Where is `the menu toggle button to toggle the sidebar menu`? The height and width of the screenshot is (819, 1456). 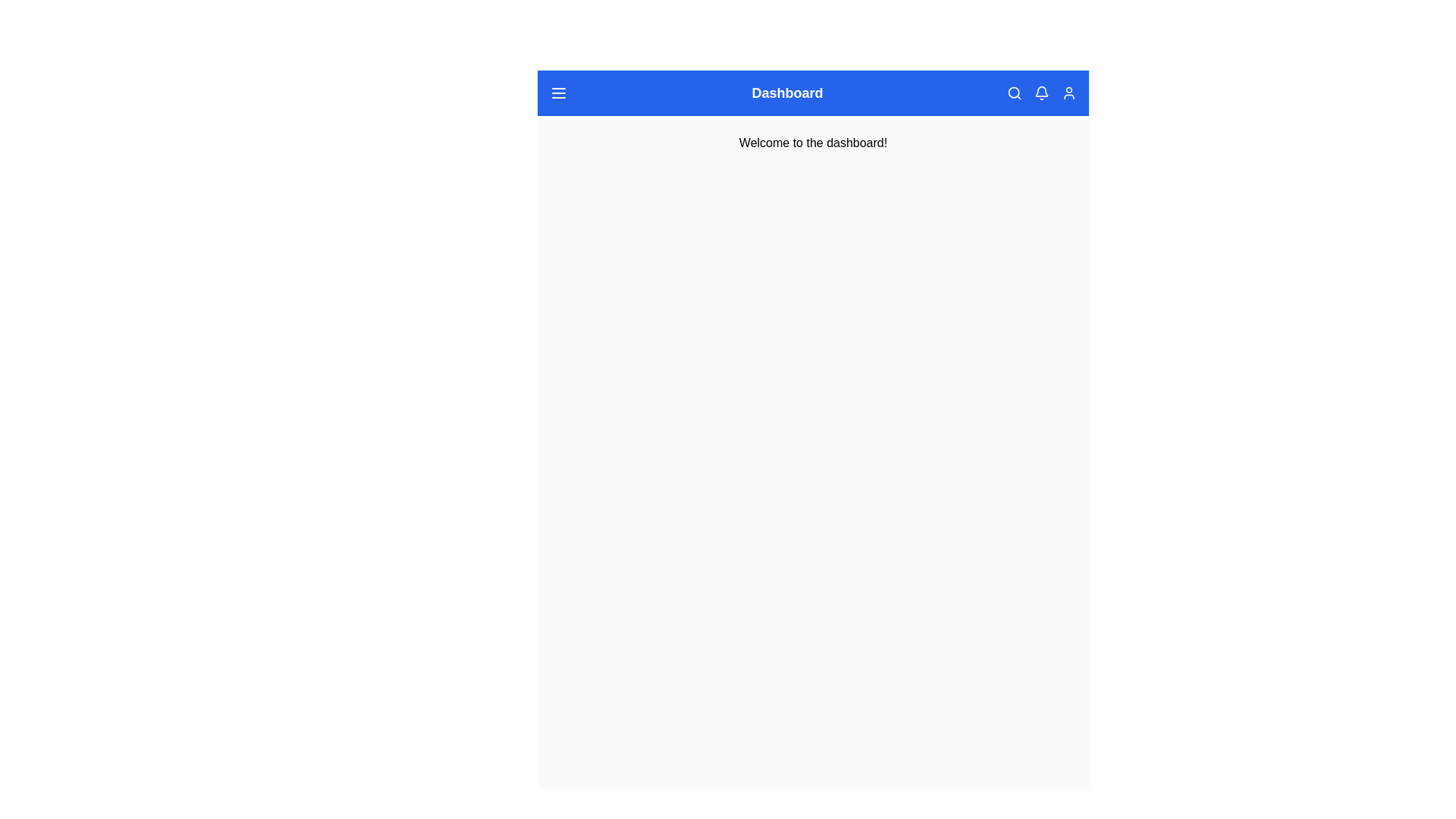 the menu toggle button to toggle the sidebar menu is located at coordinates (558, 93).